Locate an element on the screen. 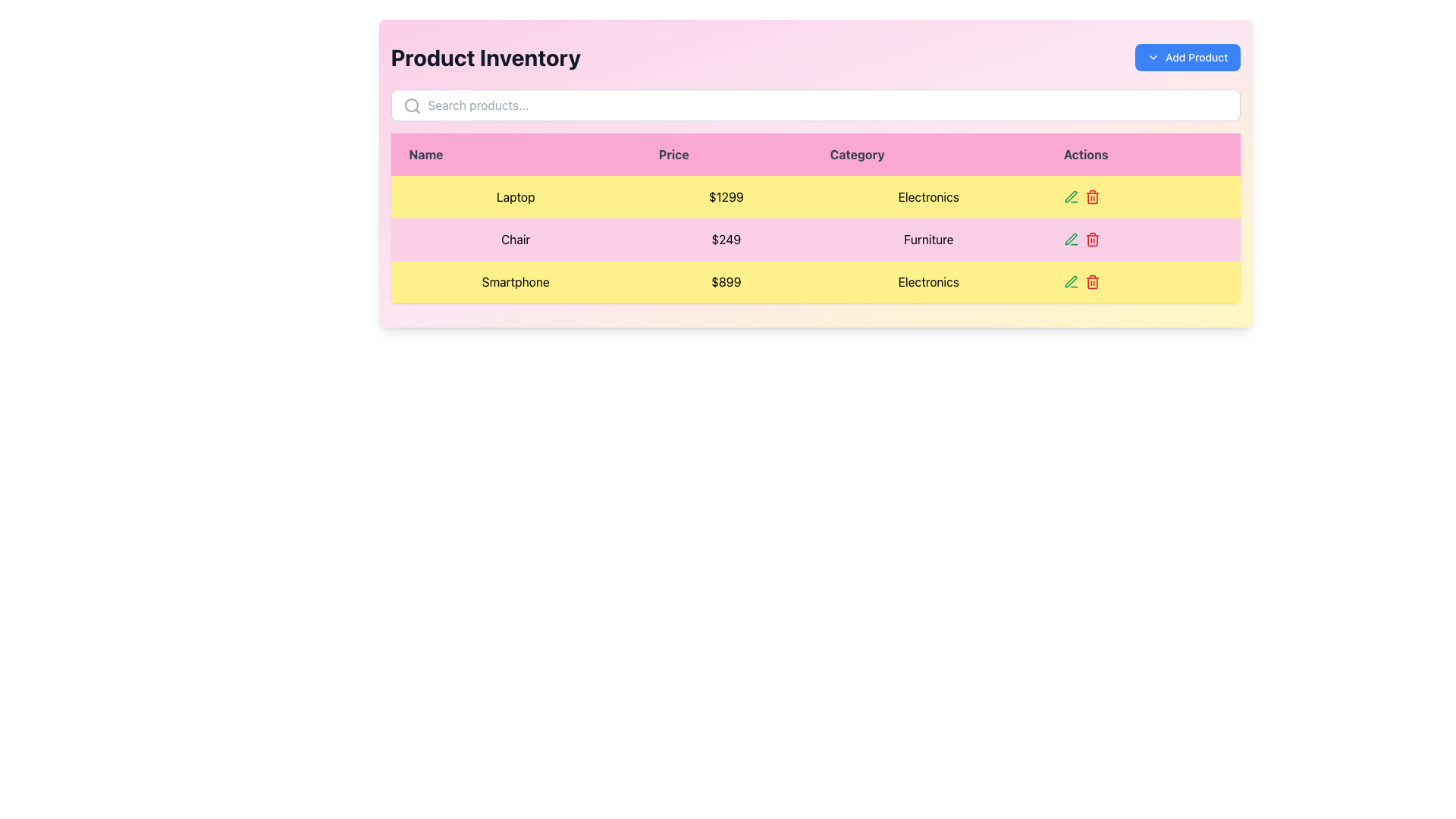  the downward-pointing chevron icon located is located at coordinates (1153, 57).